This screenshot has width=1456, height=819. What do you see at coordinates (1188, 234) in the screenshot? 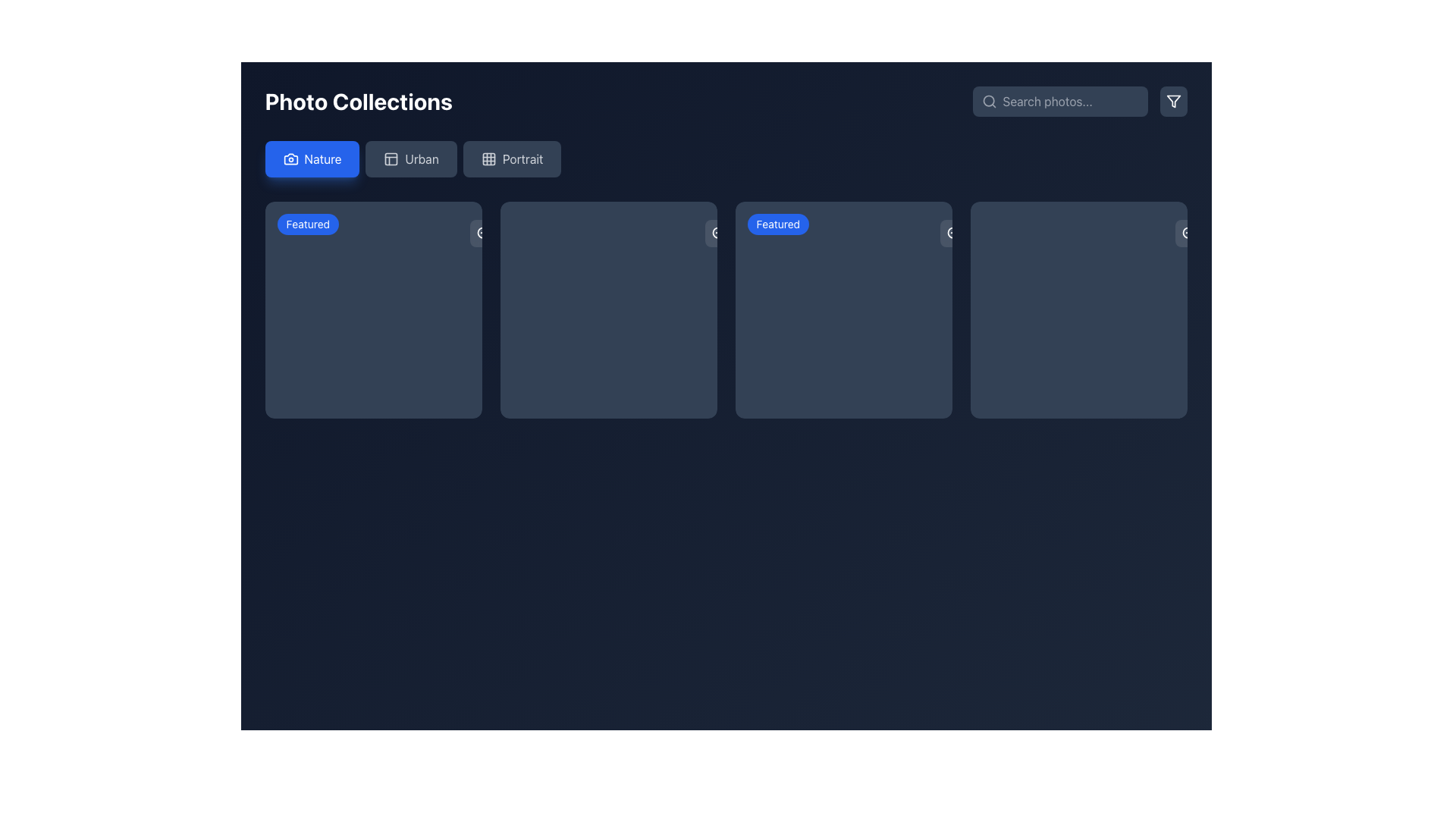
I see `the zoom-in button located at the top-right corner of the interface` at bounding box center [1188, 234].